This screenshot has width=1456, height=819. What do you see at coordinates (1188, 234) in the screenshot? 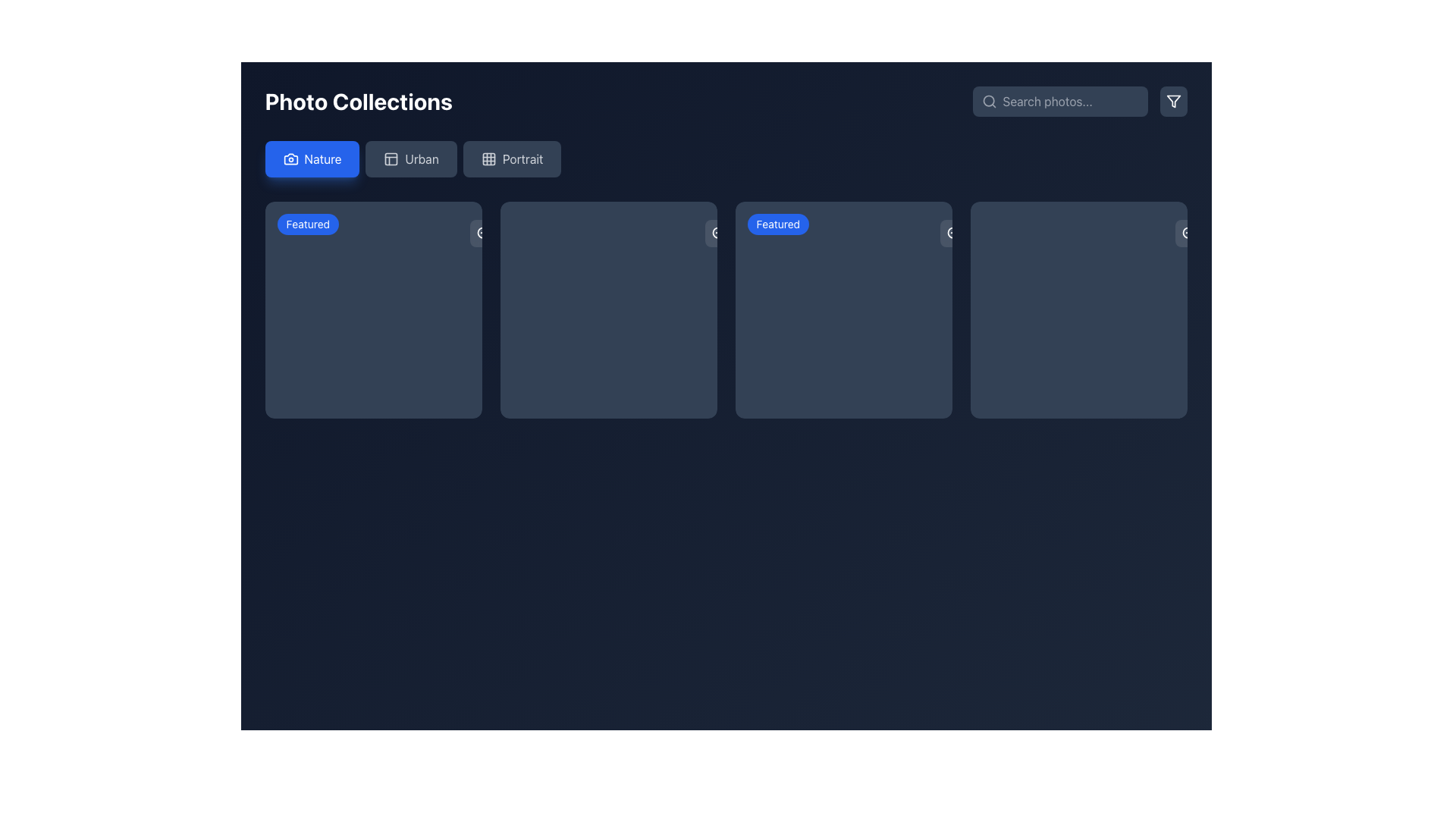
I see `the zoom-in button located at the top-right corner of the interface` at bounding box center [1188, 234].